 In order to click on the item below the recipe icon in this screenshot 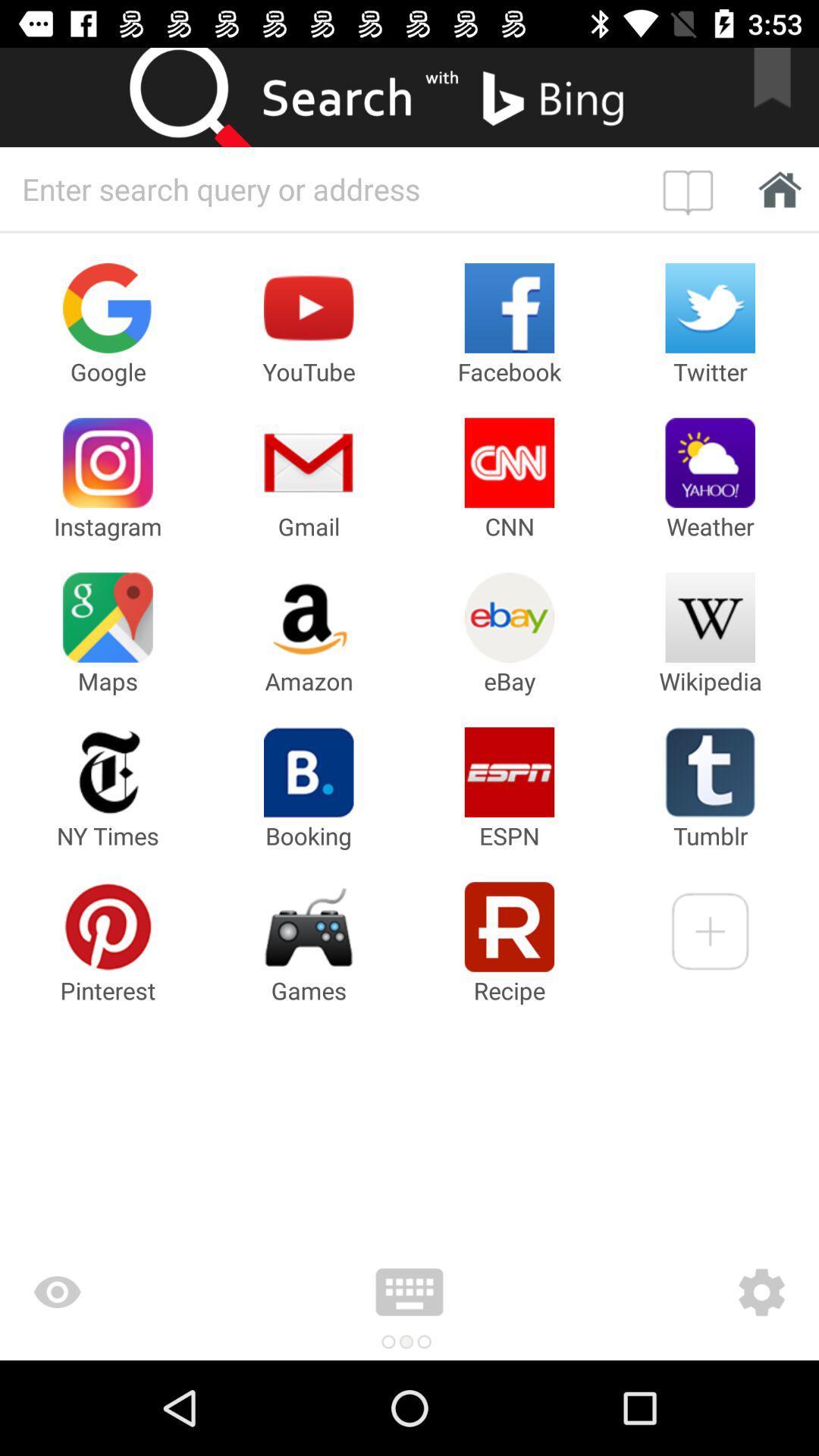, I will do `click(671, 1291)`.